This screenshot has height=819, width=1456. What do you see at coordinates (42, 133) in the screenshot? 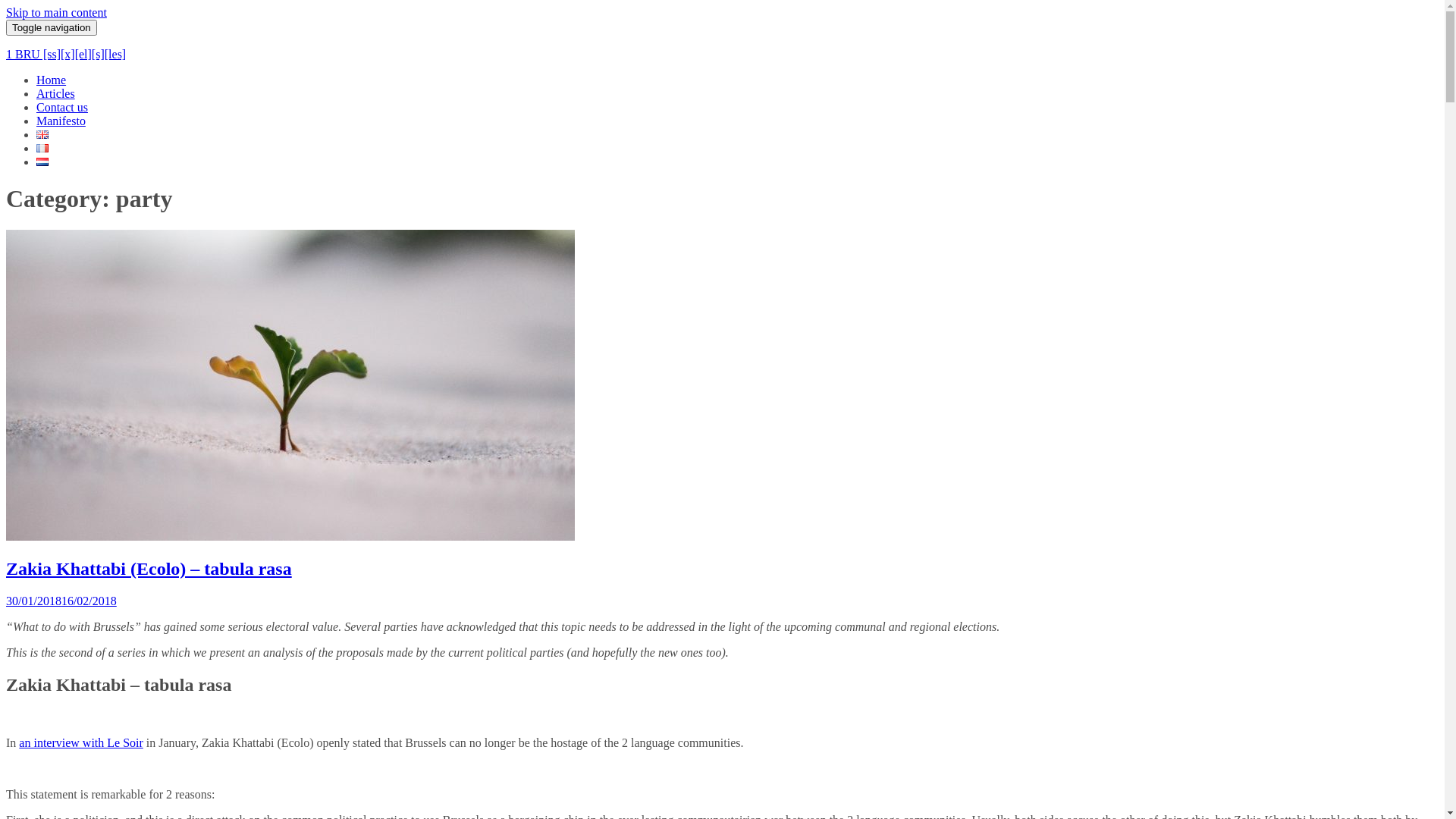
I see `'English'` at bounding box center [42, 133].